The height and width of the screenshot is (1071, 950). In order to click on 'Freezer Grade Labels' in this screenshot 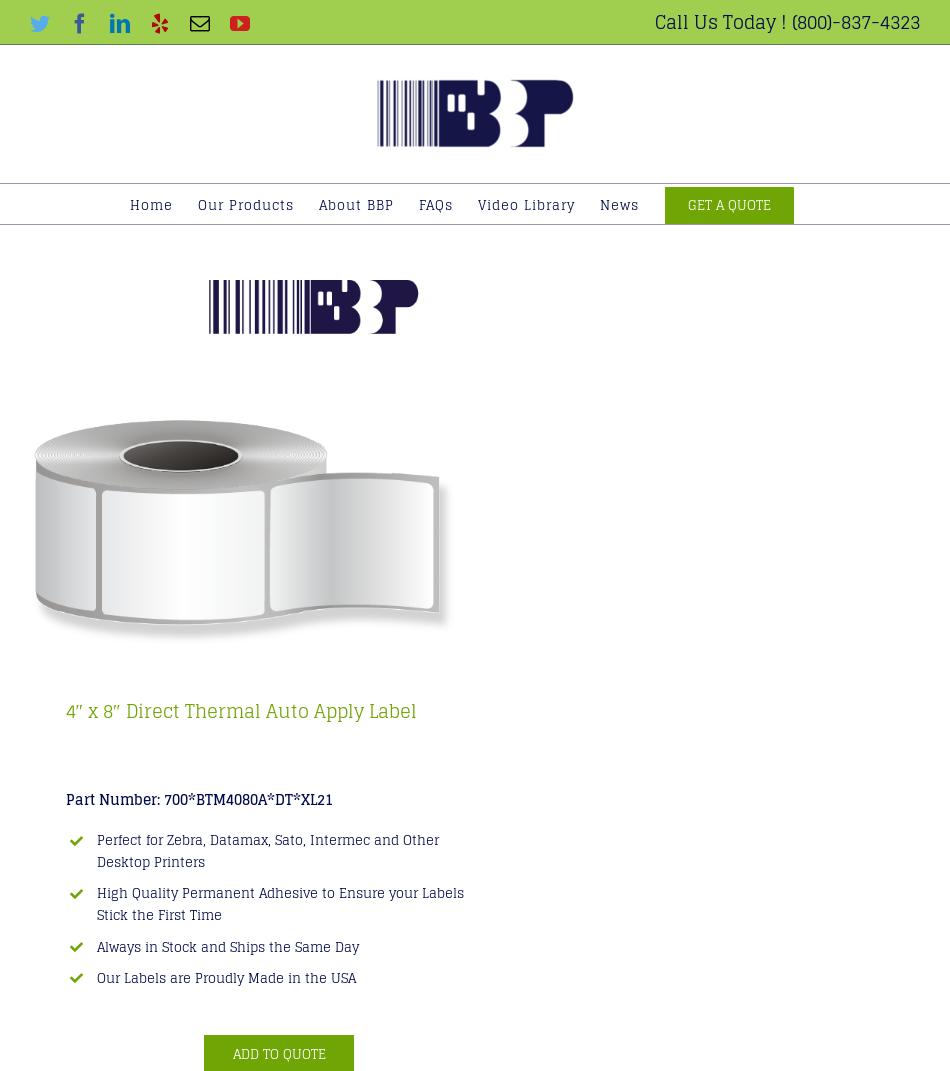, I will do `click(284, 380)`.